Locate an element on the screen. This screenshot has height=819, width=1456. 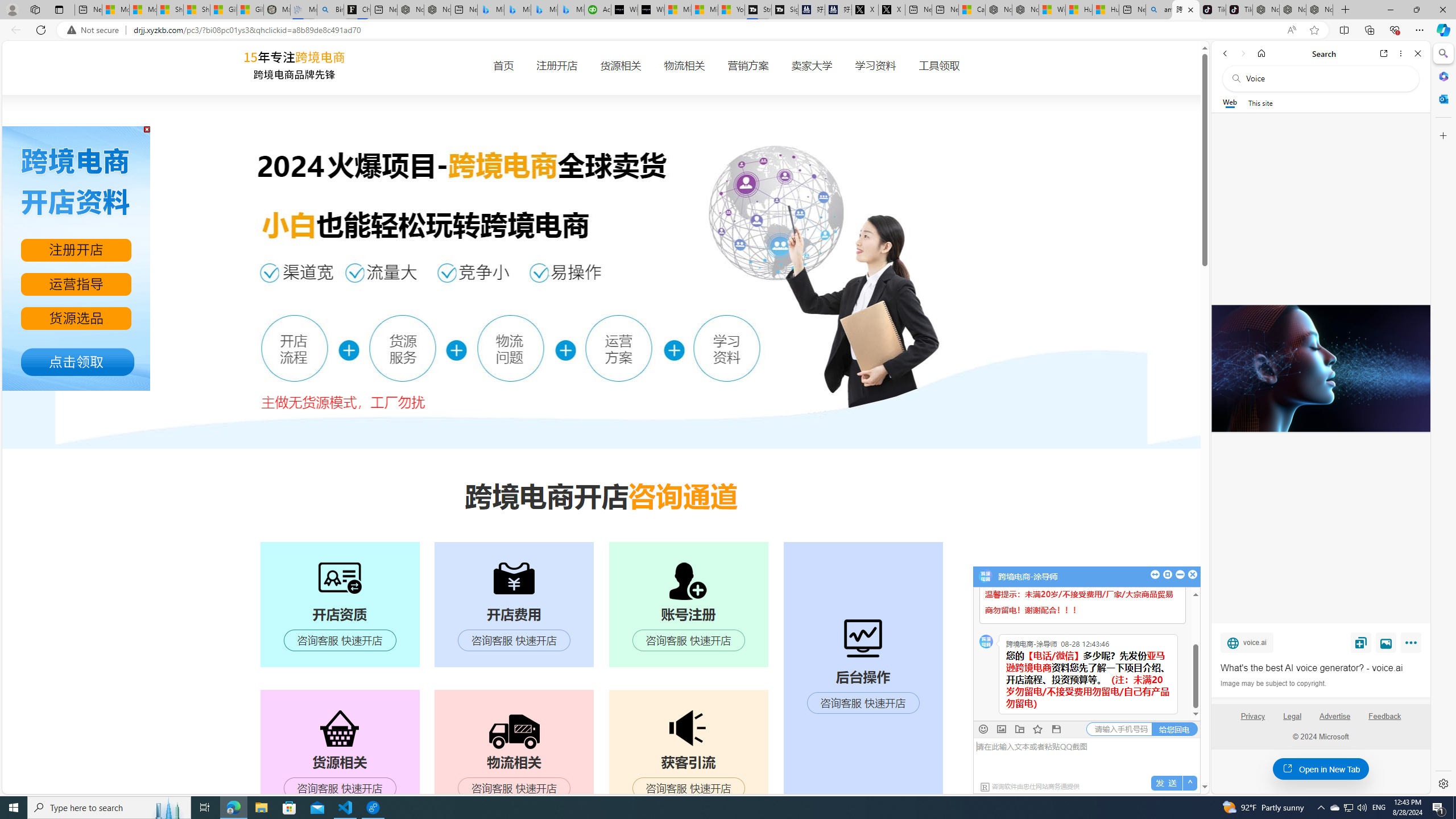
'Legal' is located at coordinates (1292, 721).